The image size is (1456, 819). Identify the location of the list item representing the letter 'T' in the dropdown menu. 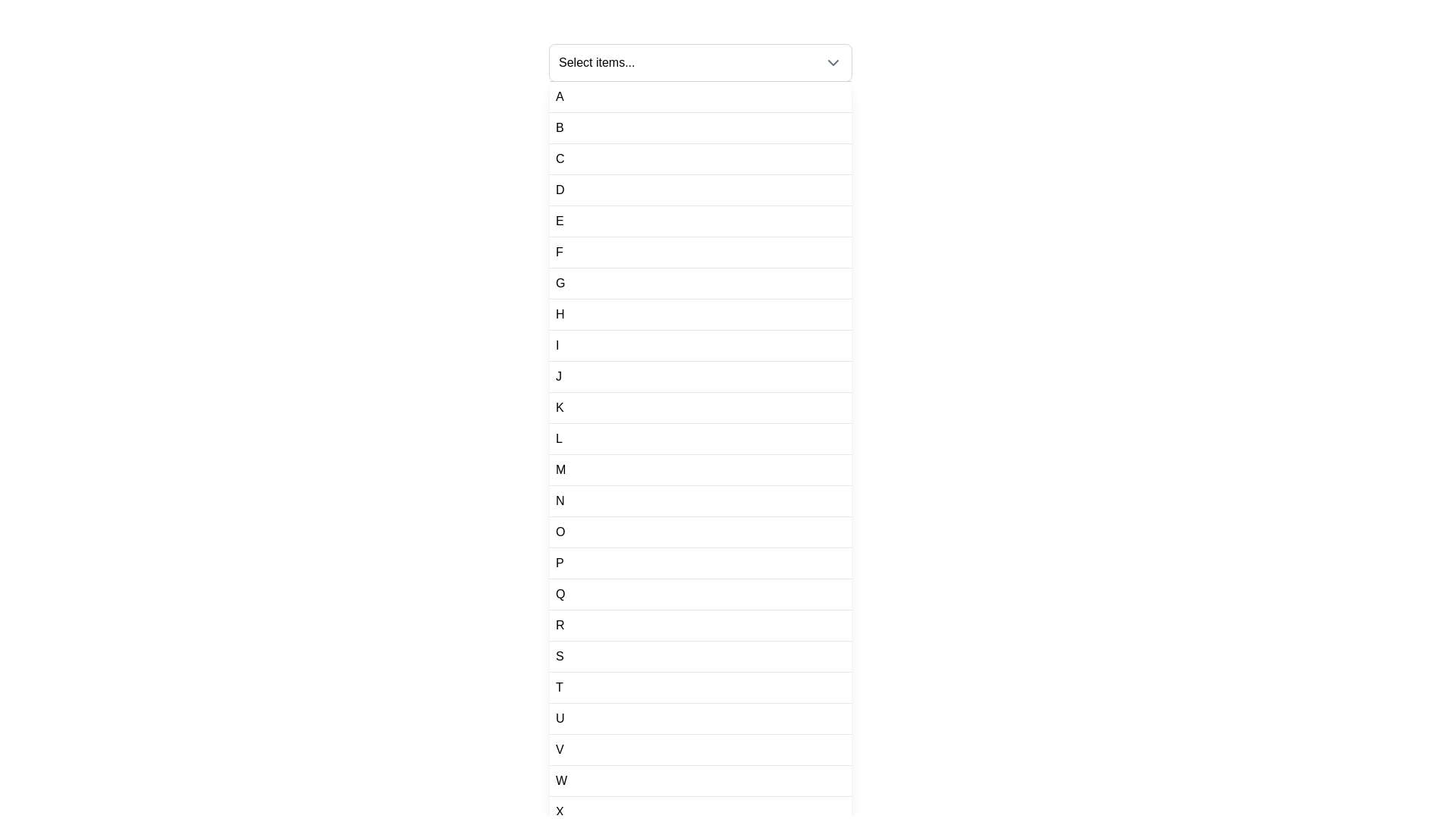
(700, 688).